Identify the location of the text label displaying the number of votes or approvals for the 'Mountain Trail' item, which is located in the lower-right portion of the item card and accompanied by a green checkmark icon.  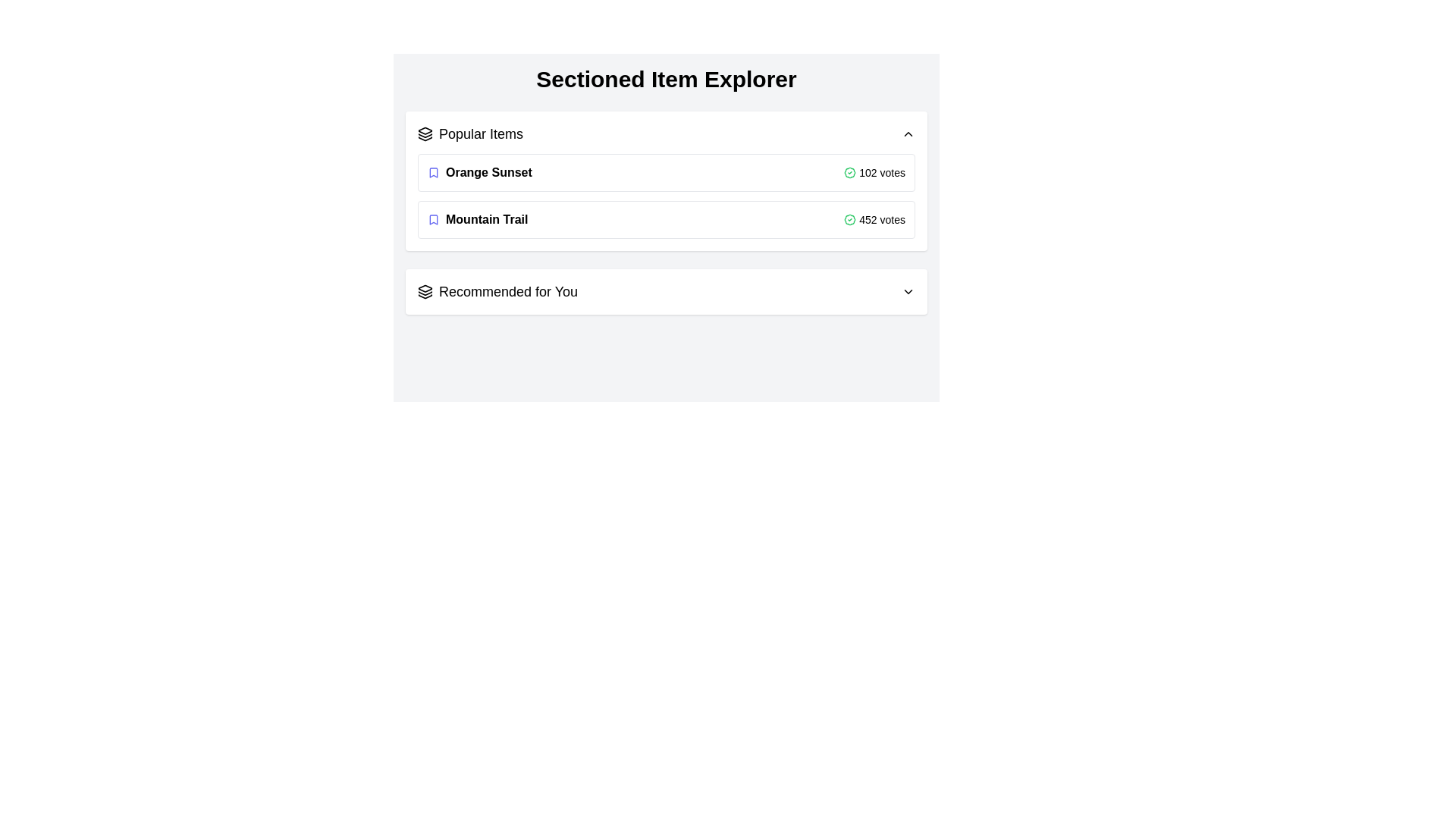
(874, 219).